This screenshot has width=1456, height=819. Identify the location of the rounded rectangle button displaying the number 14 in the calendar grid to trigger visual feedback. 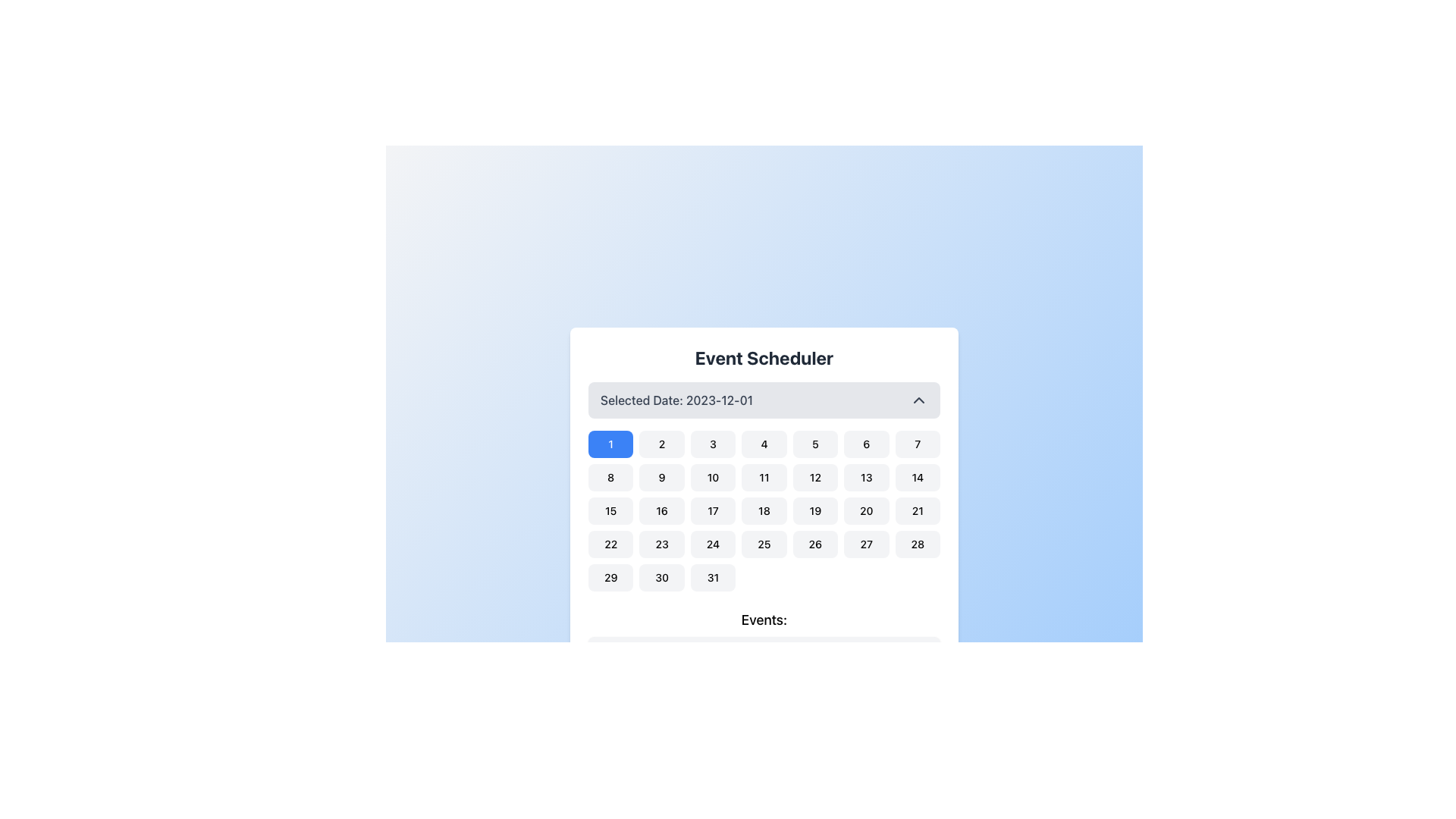
(917, 476).